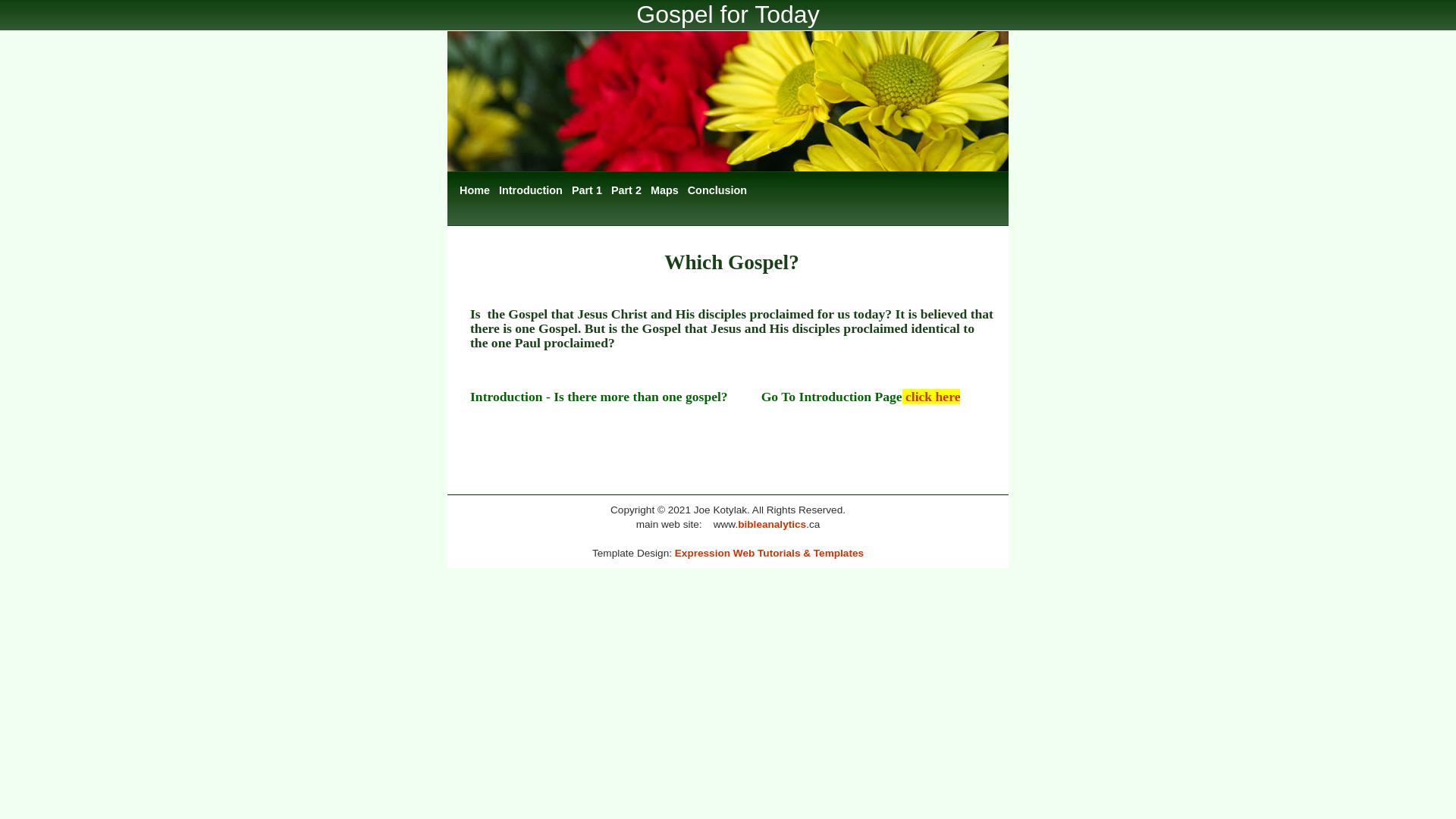 This screenshot has height=819, width=1456. I want to click on 'Part 2', so click(607, 190).